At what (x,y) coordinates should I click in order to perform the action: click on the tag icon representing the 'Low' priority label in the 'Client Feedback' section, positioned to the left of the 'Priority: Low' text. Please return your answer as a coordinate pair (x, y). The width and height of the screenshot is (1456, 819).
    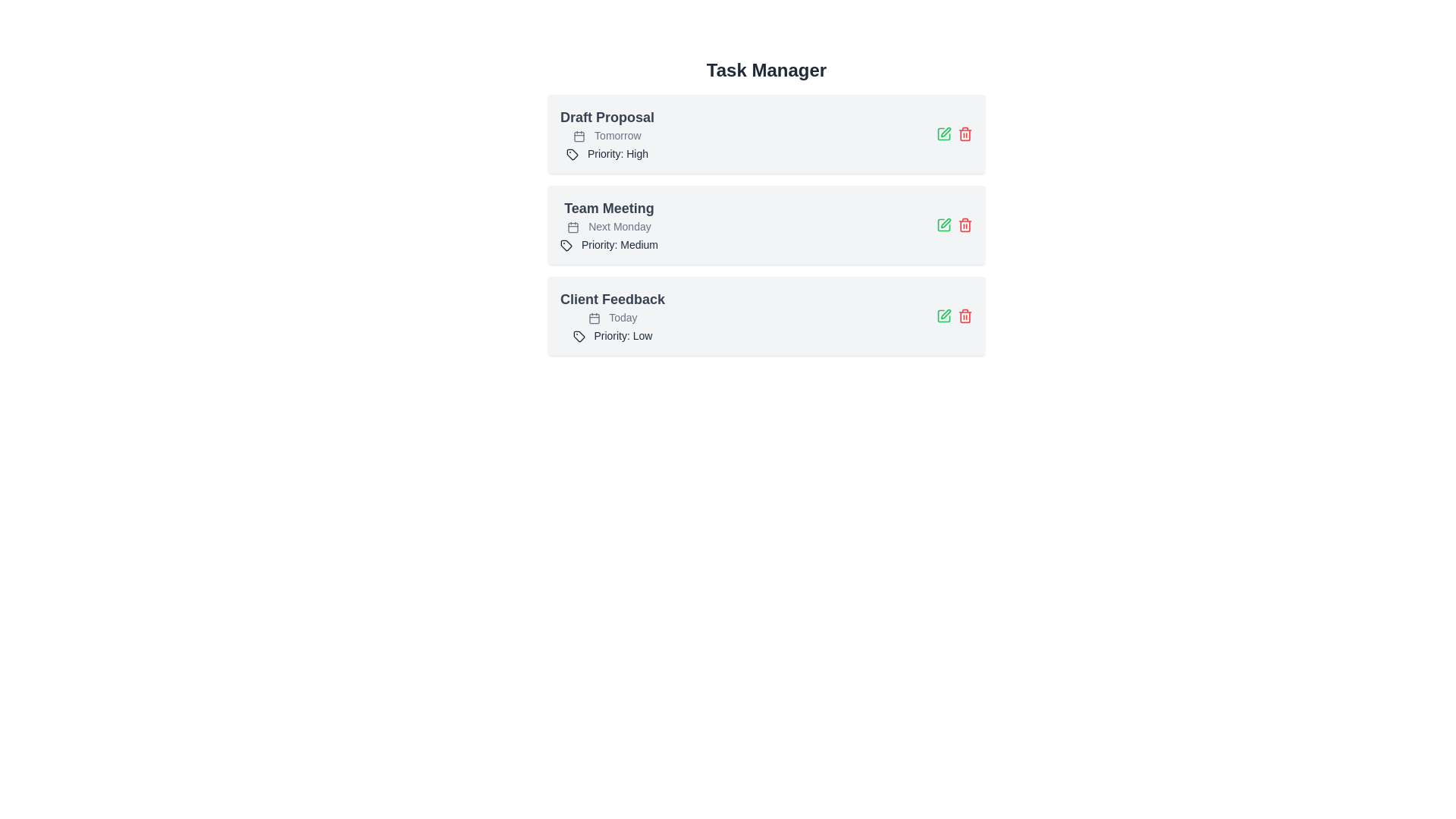
    Looking at the image, I should click on (578, 336).